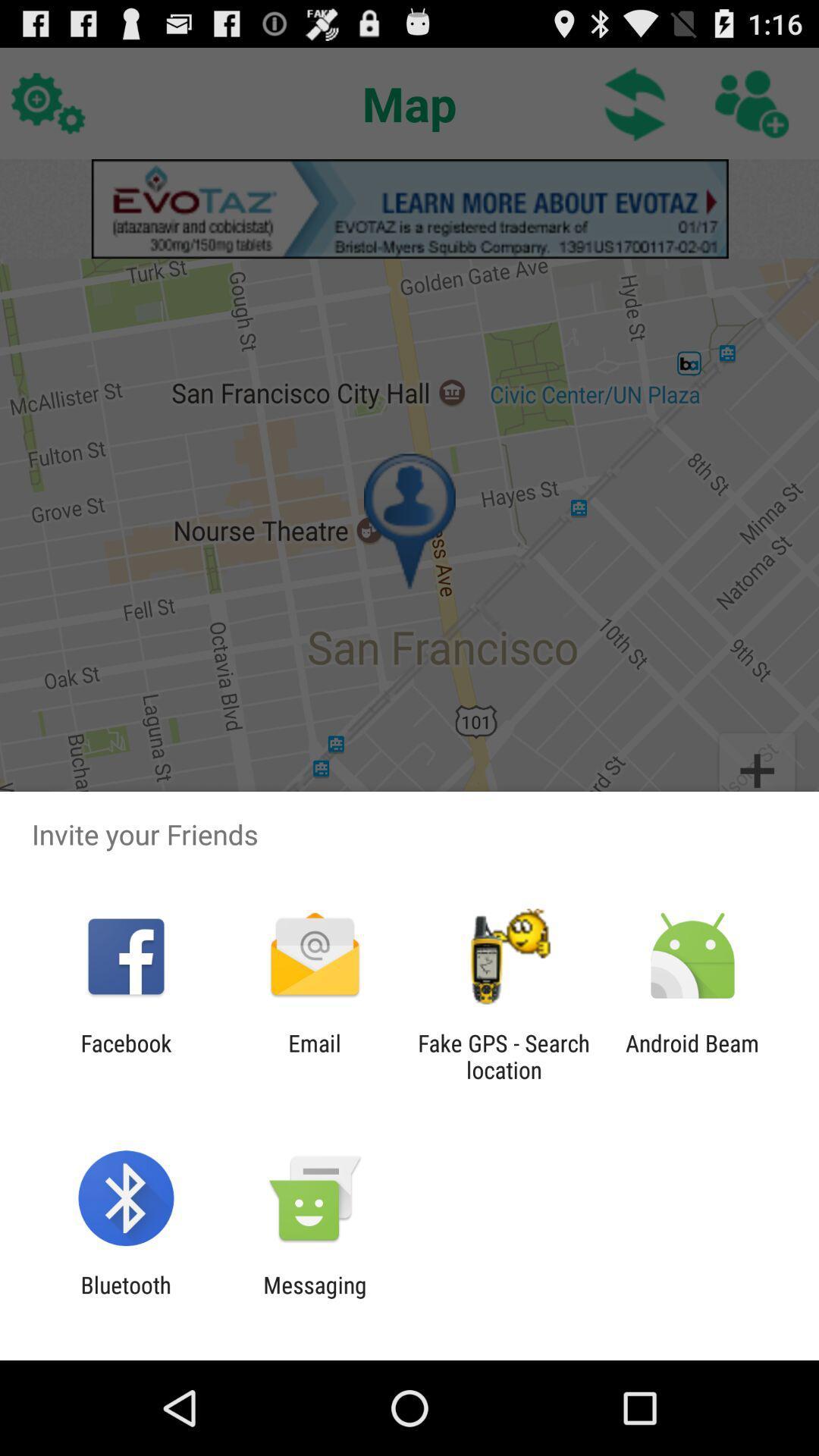  Describe the element at coordinates (504, 1056) in the screenshot. I see `the fake gps search item` at that location.